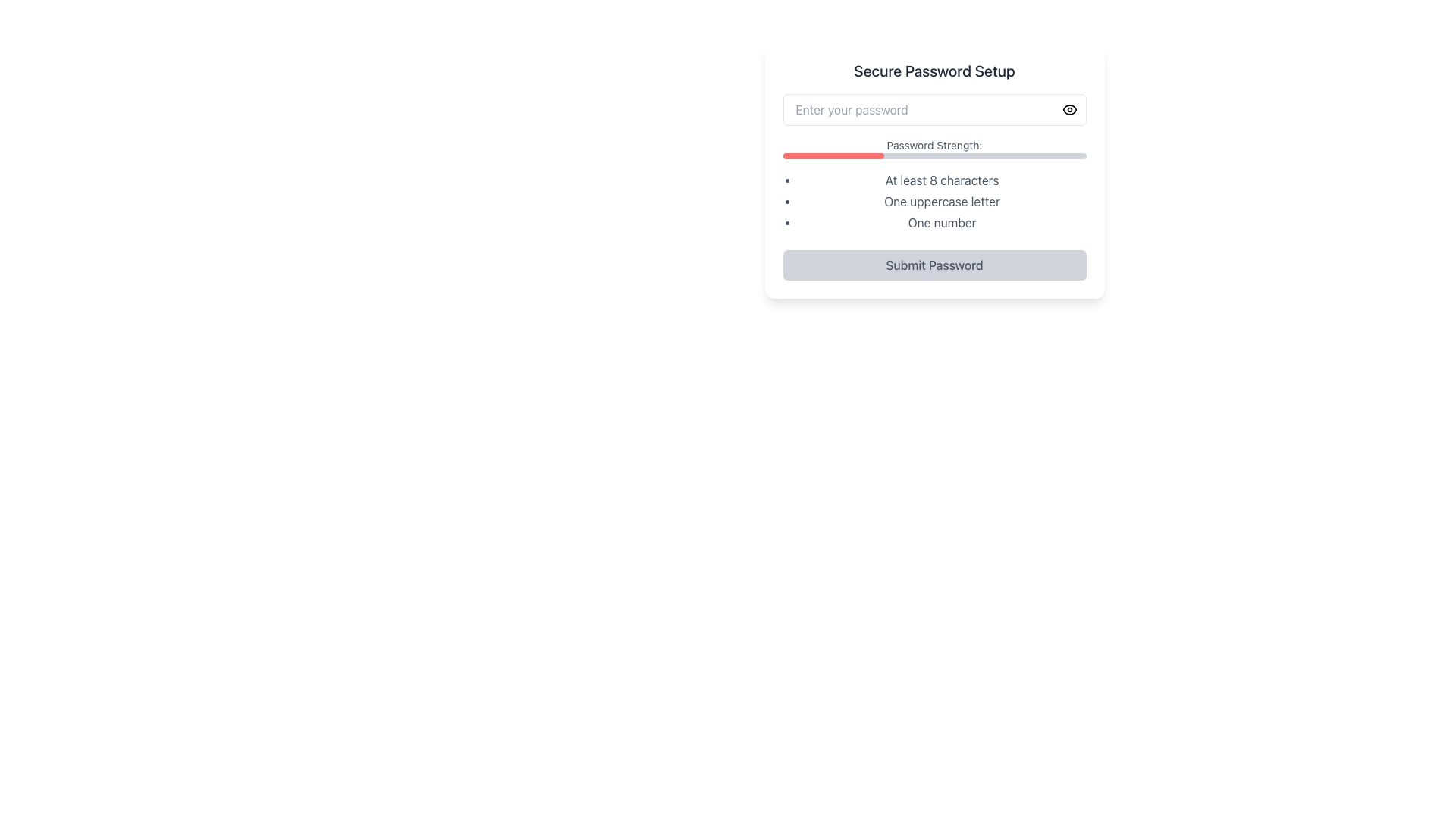 The image size is (1456, 819). I want to click on the 'Submit Password' button located at the bottom of the 'Secure Password Setup' interface, so click(934, 265).